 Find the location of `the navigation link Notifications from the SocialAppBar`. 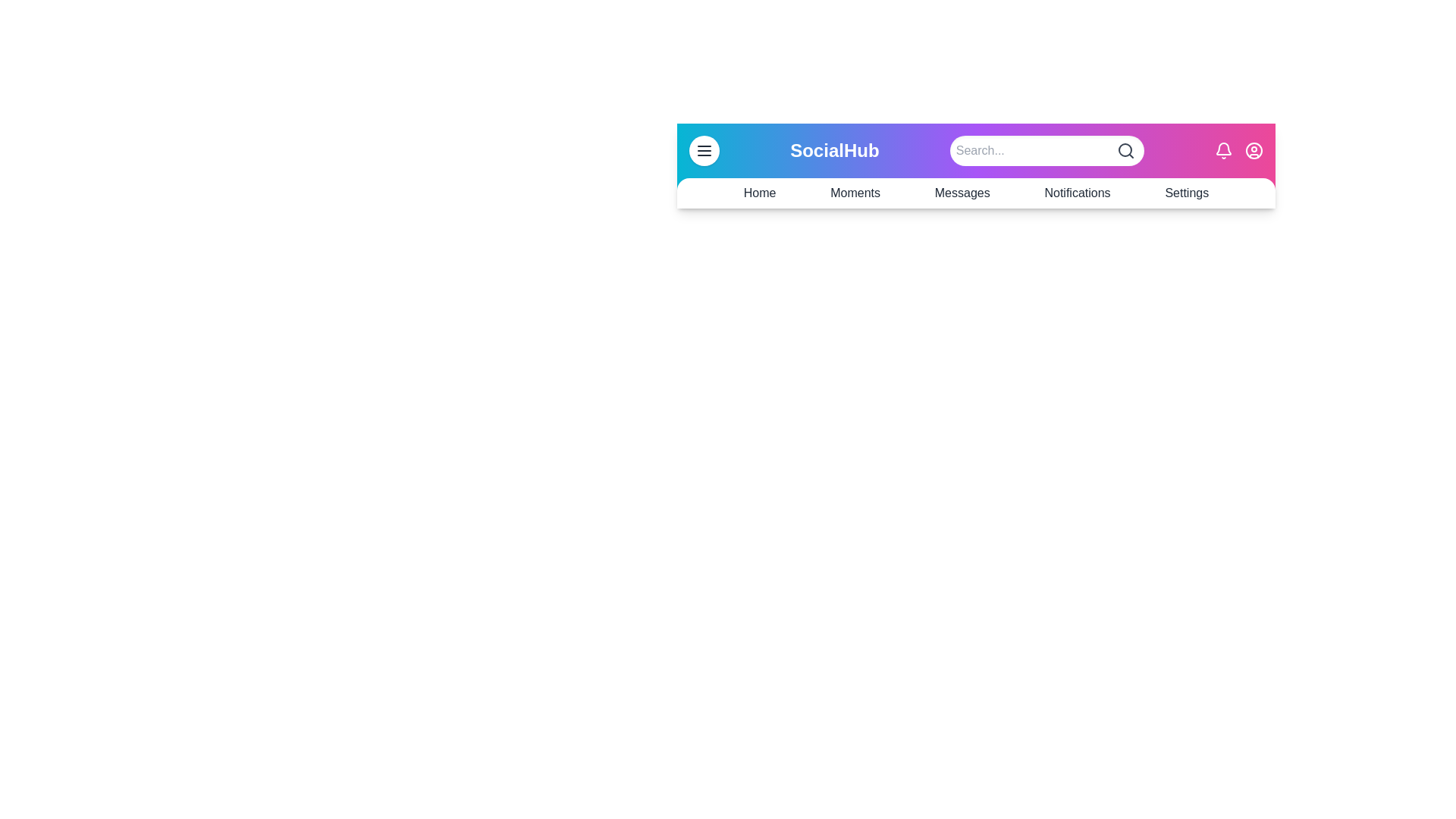

the navigation link Notifications from the SocialAppBar is located at coordinates (1076, 192).